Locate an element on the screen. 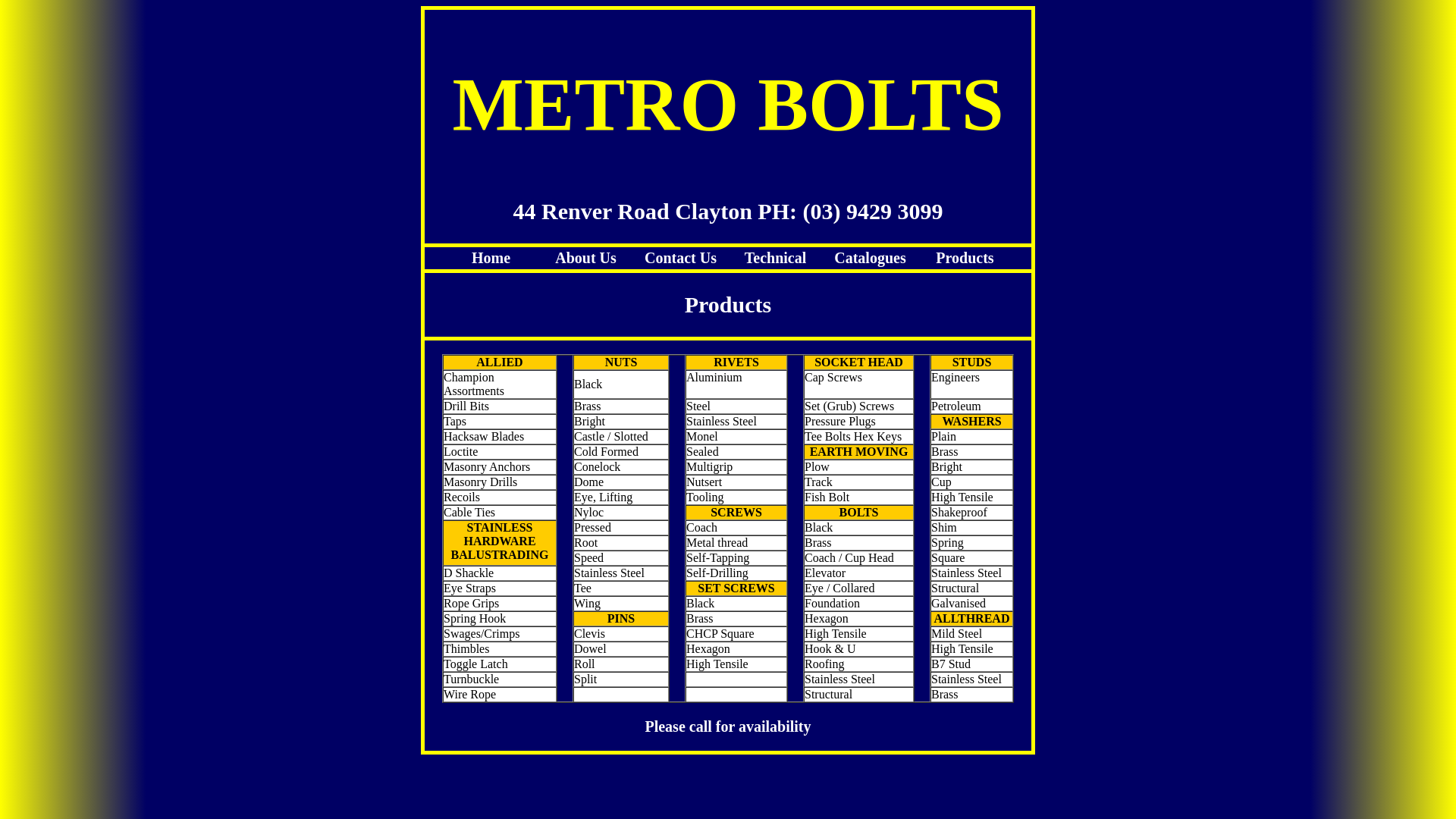  'Contact Us' is located at coordinates (679, 256).